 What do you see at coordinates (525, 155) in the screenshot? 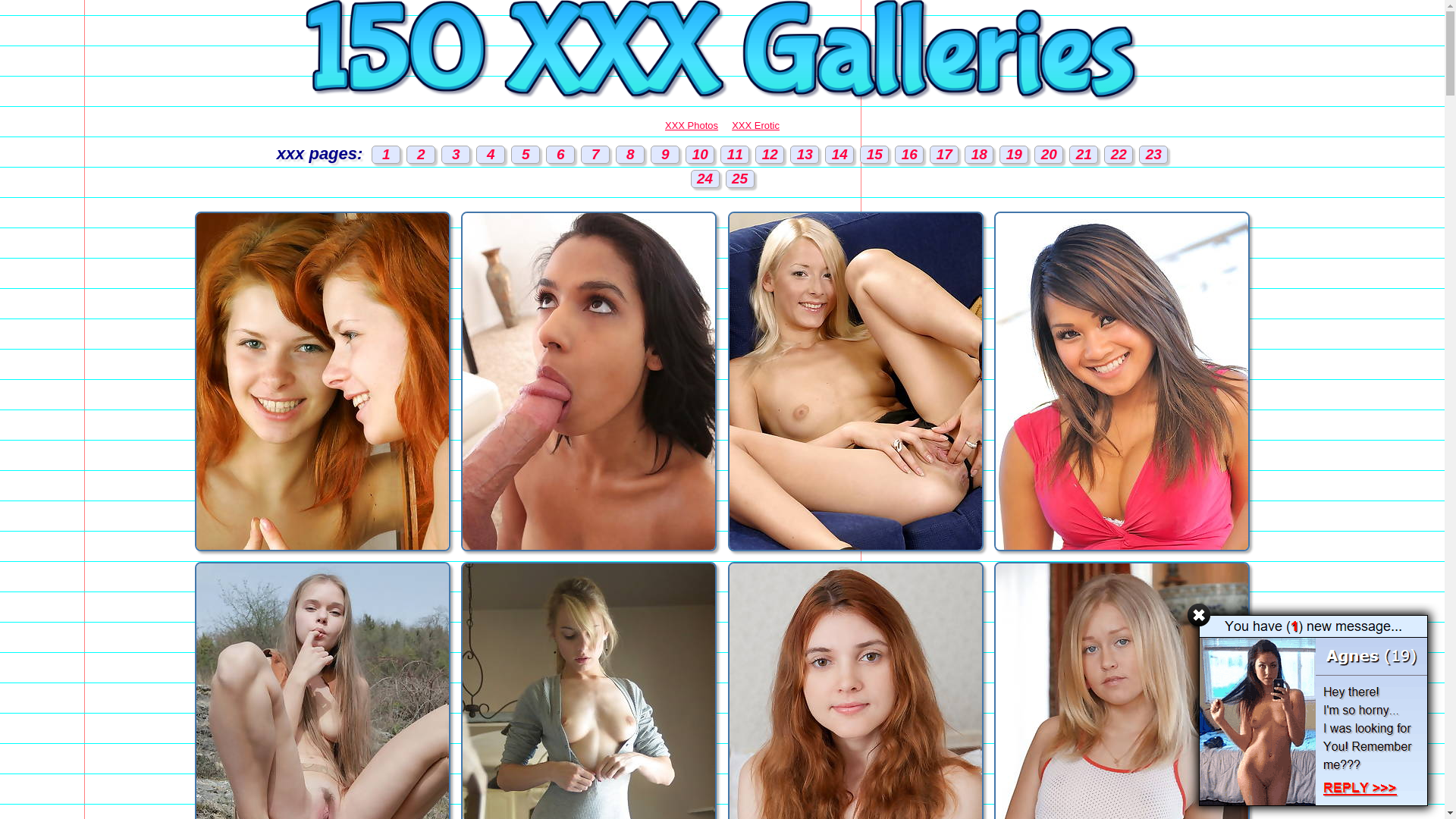
I see `'5'` at bounding box center [525, 155].